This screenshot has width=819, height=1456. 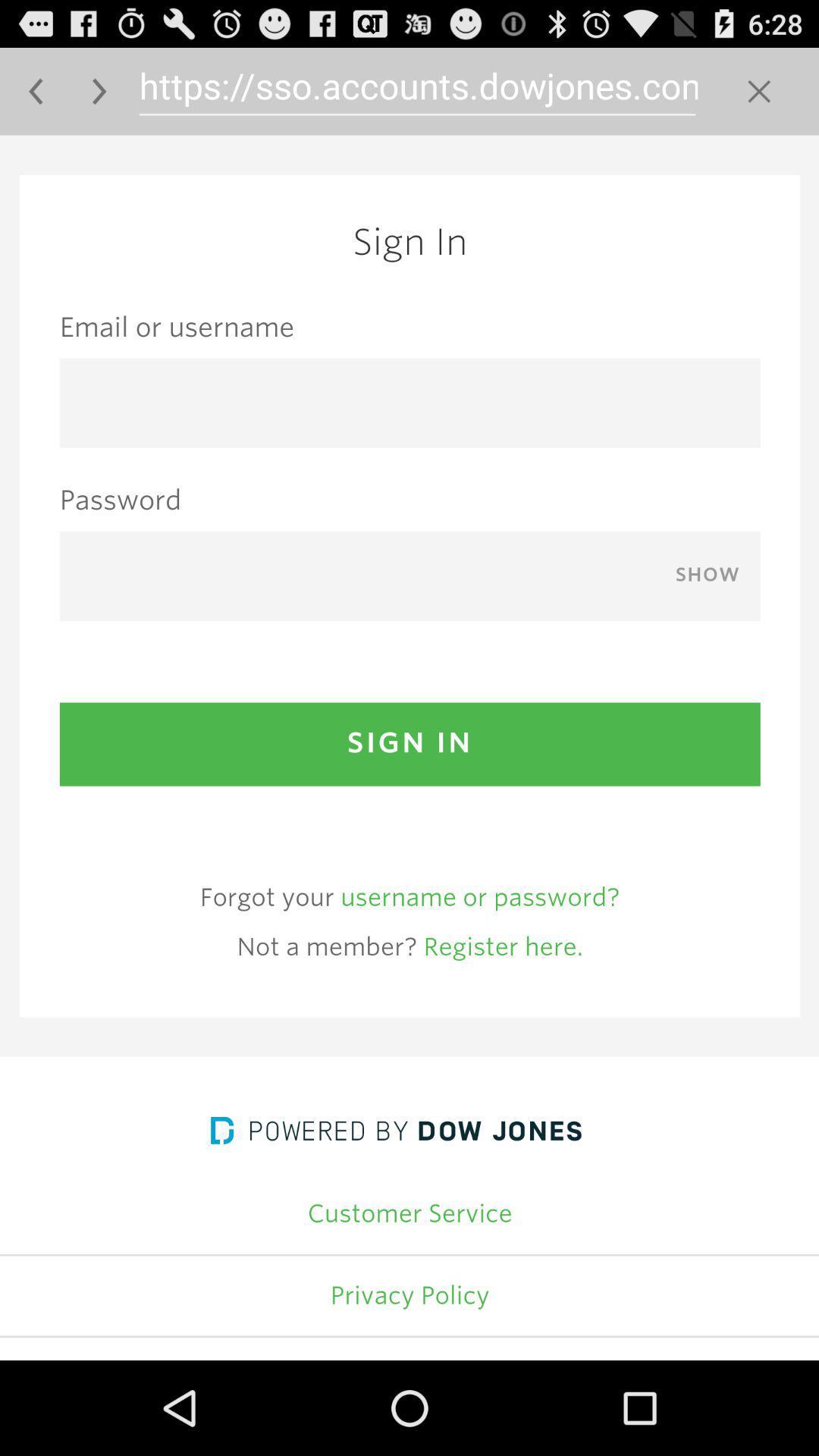 What do you see at coordinates (35, 97) in the screenshot?
I see `the arrow_backward icon` at bounding box center [35, 97].